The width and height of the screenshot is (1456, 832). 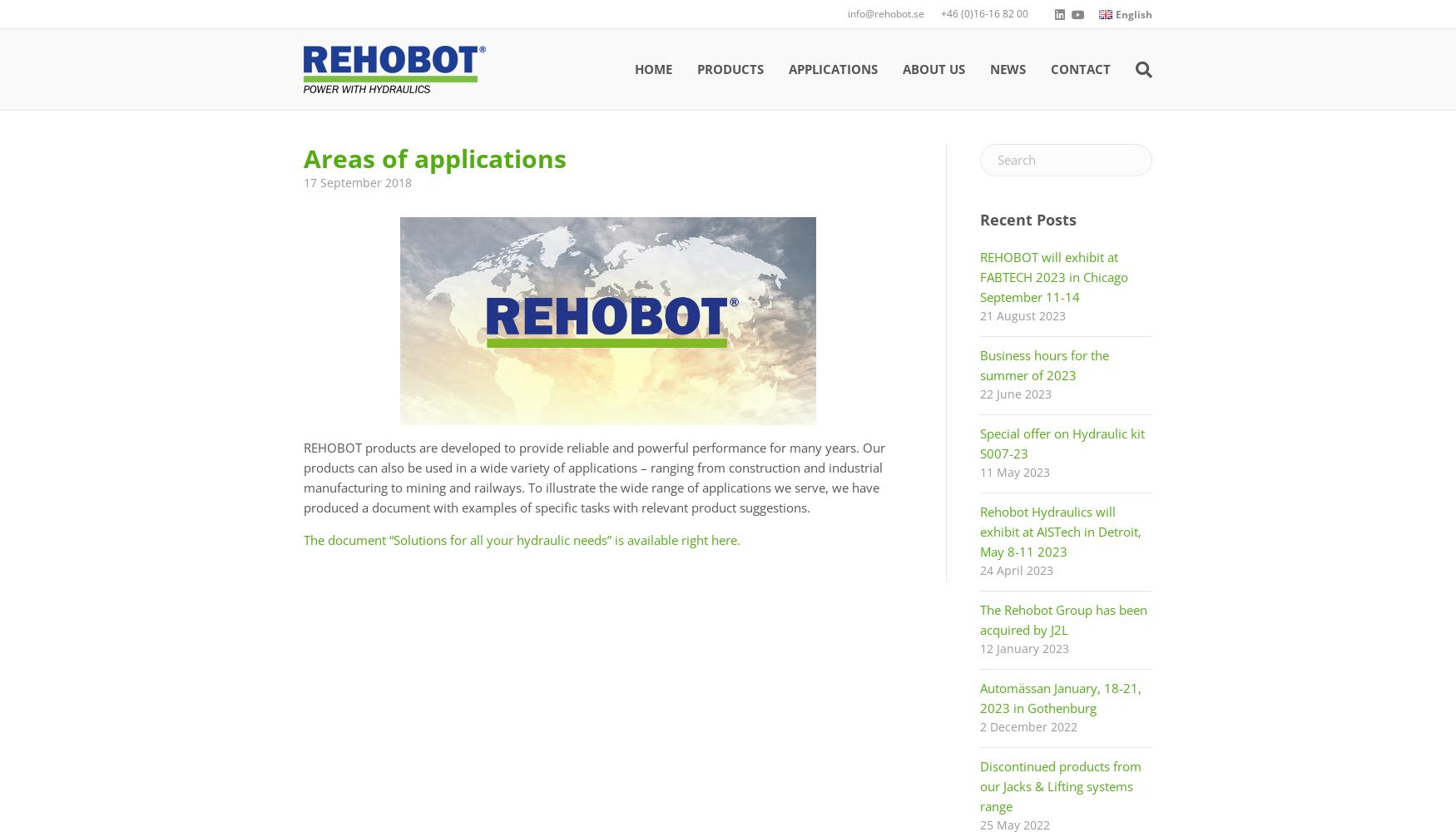 I want to click on 'info@rehobot.se', so click(x=886, y=13).